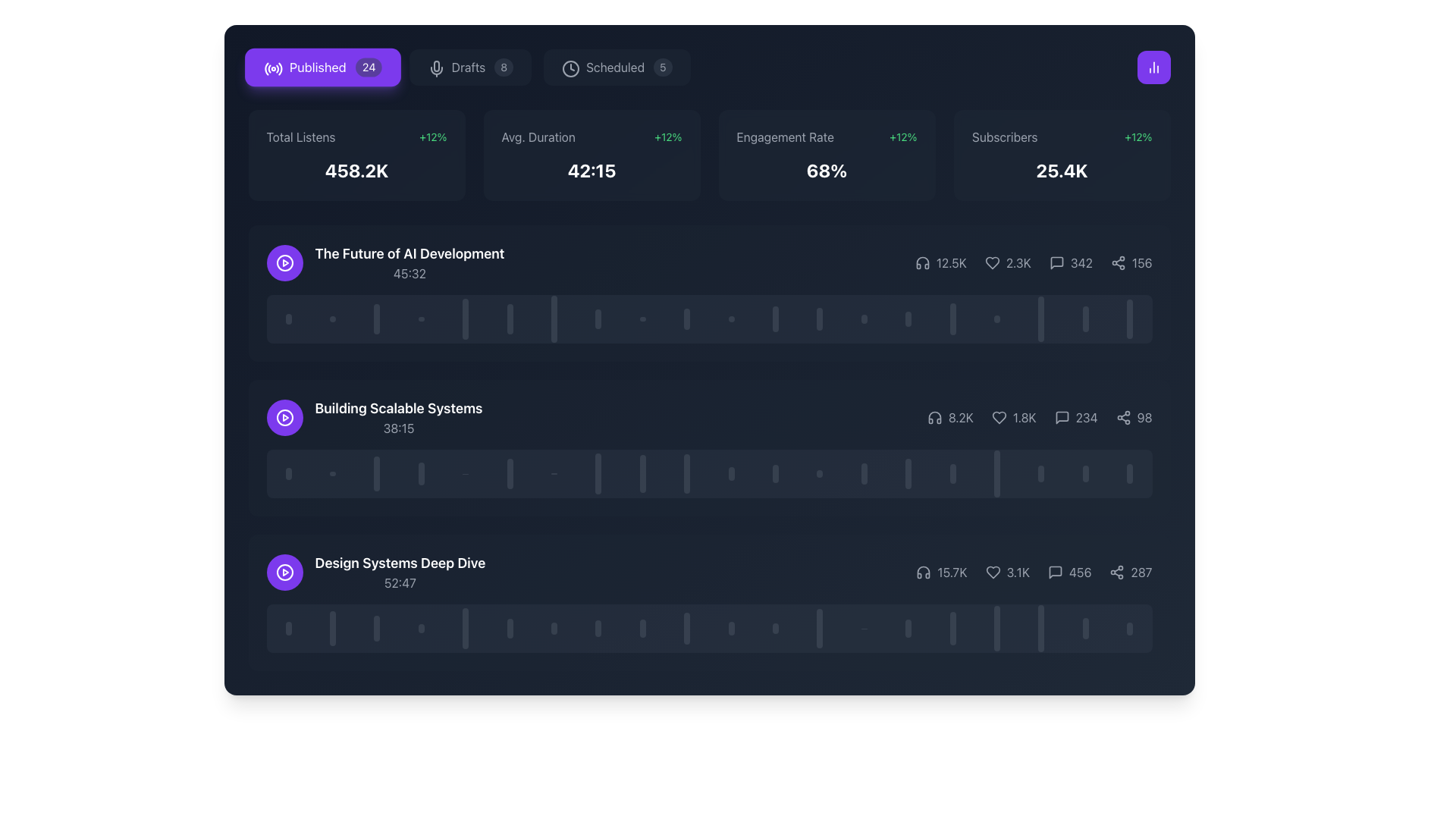 This screenshot has height=819, width=1456. I want to click on the numeric count of subscribers displayed at the bottom of the statistic card, which is positioned below the 'Subscribers' label, so click(1061, 170).